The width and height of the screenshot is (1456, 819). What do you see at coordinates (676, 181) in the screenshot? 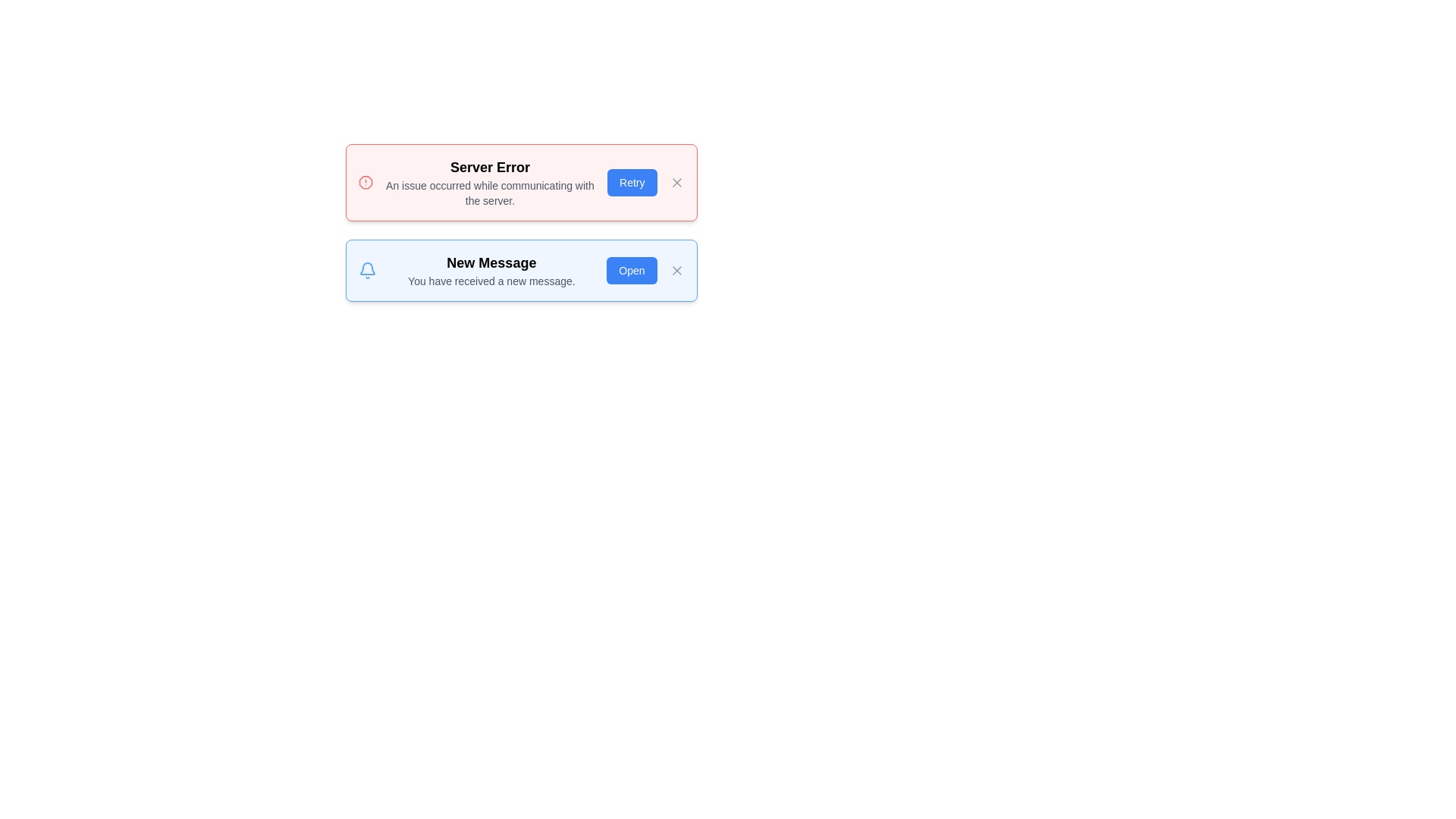
I see `the 'X' shaped graphical icon located within the right section of the 'Retry' button to interact with it` at bounding box center [676, 181].